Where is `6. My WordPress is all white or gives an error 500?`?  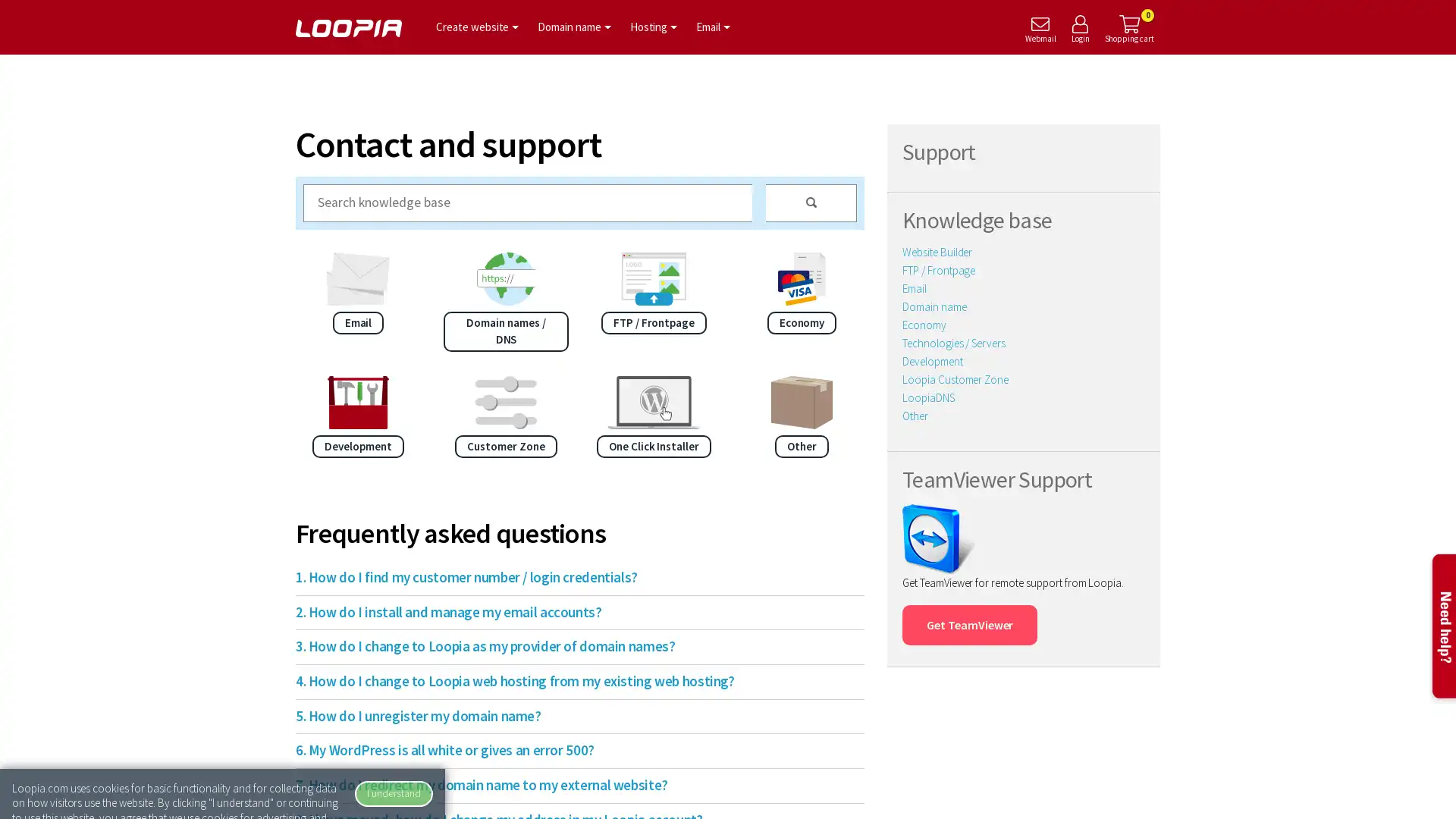 6. My WordPress is all white or gives an error 500? is located at coordinates (571, 751).